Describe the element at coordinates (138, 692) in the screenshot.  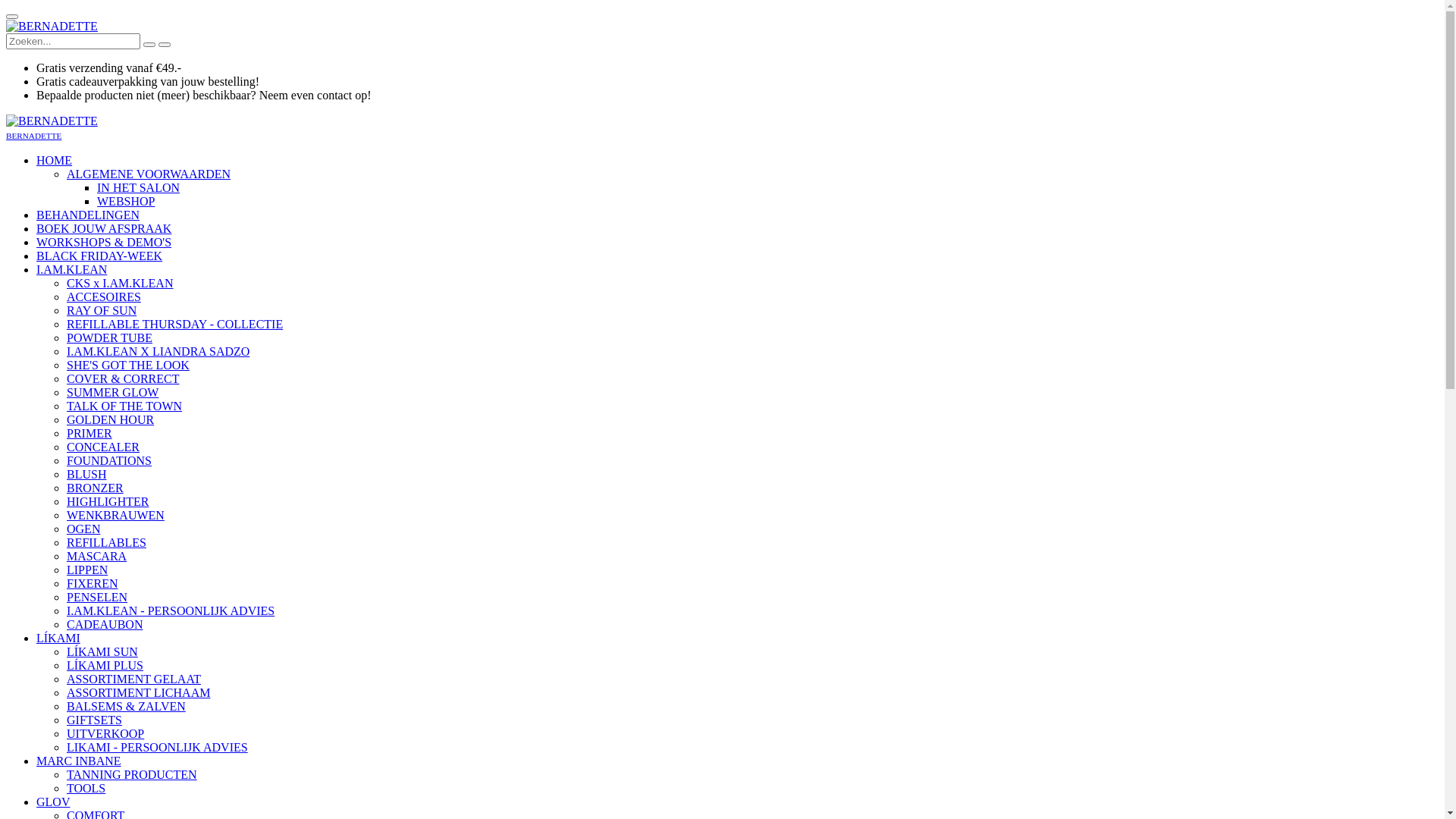
I see `'ASSORTIMENT LICHAAM'` at that location.